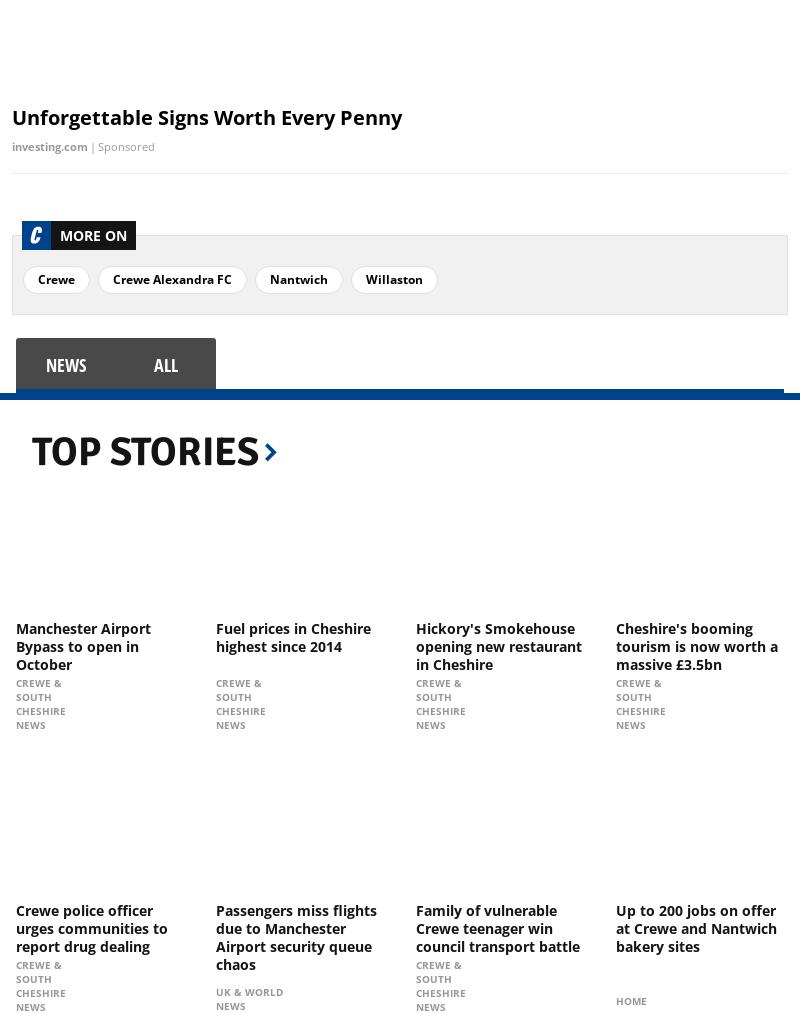 This screenshot has width=800, height=1035. What do you see at coordinates (92, 926) in the screenshot?
I see `'Crewe police officer urges communities to report drug dealing'` at bounding box center [92, 926].